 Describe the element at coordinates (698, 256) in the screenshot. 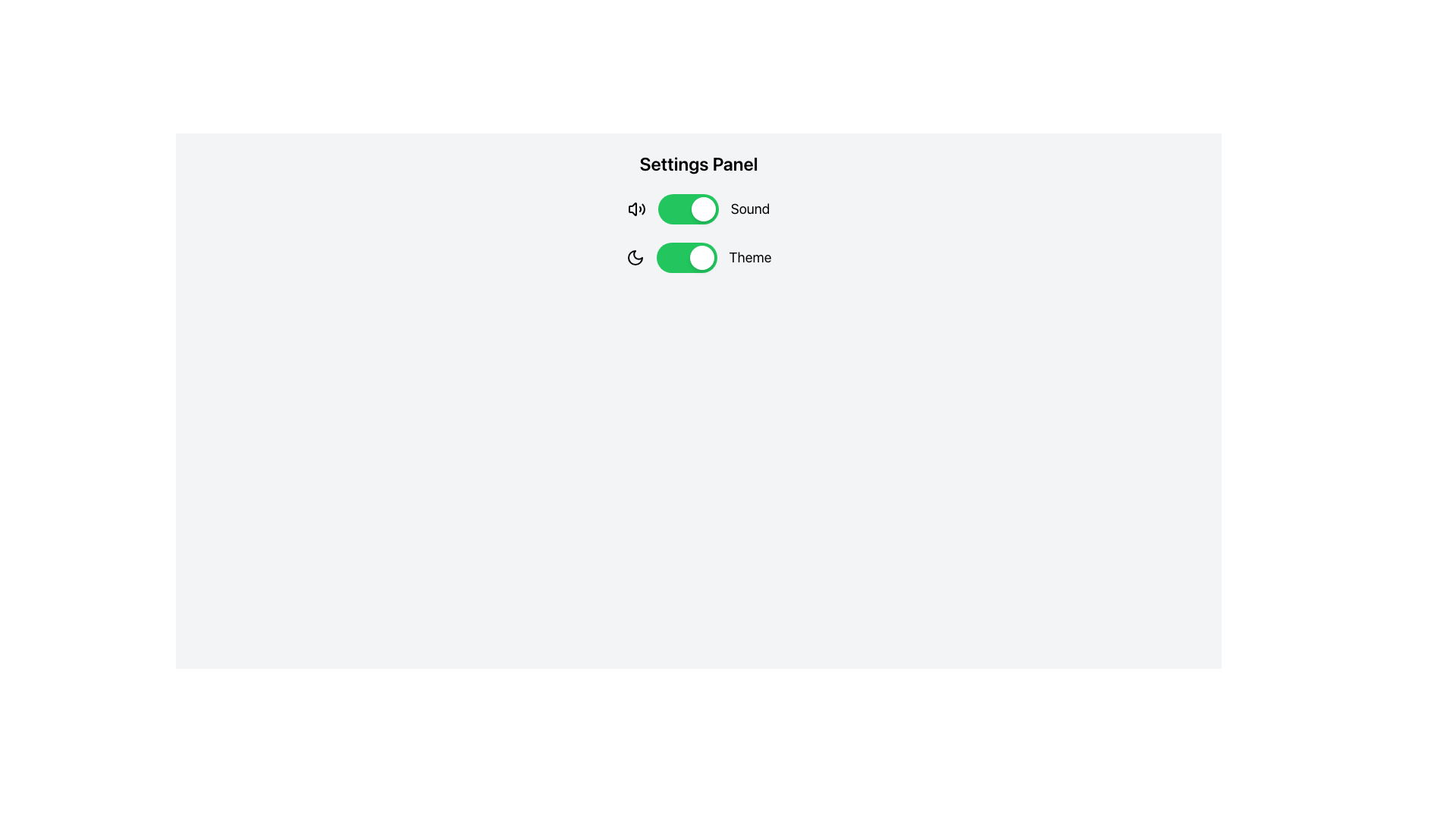

I see `the toggle switch labeled 'Theme' with a crescent moon icon to switch its state on or off` at that location.